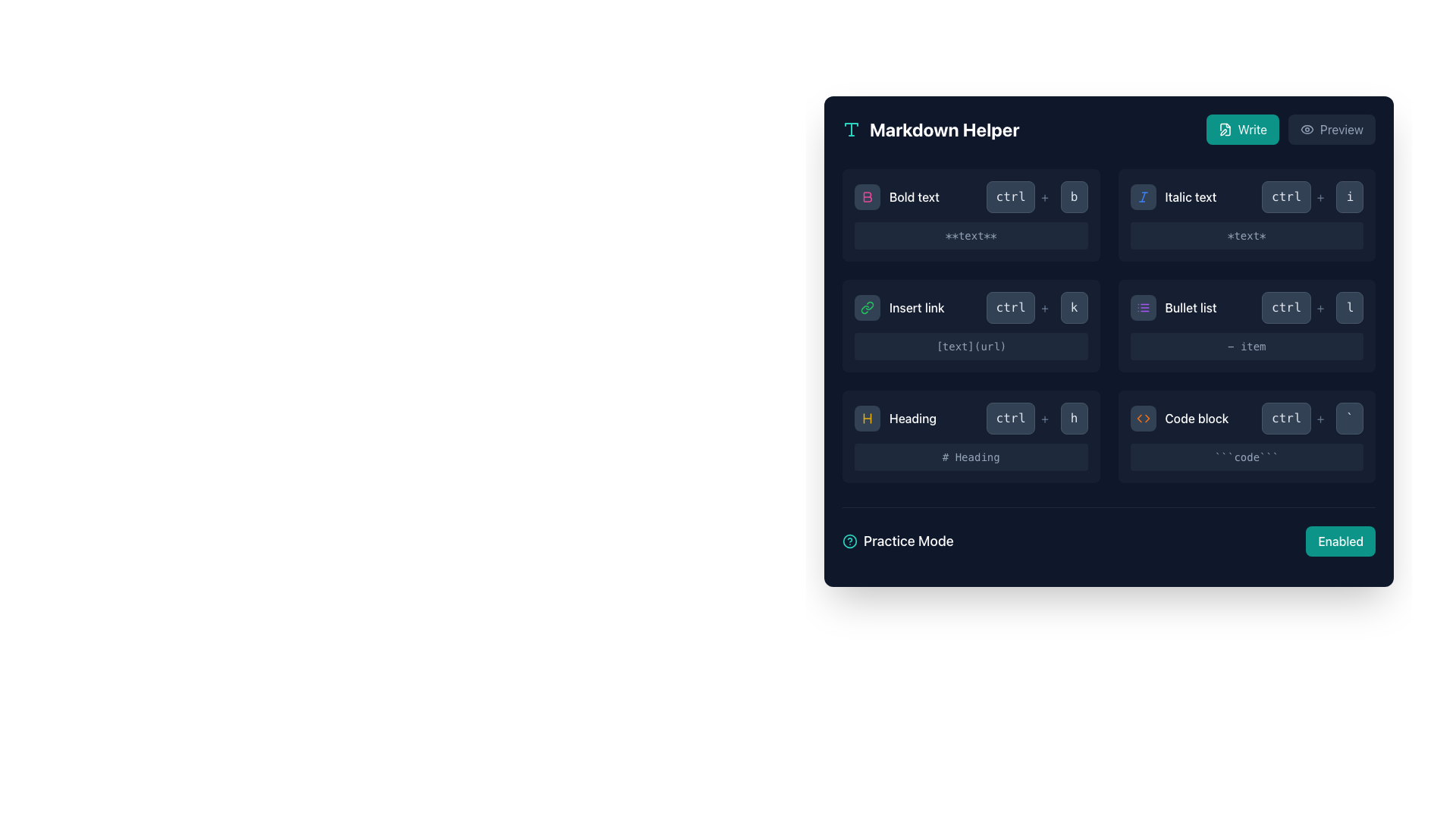 This screenshot has height=819, width=1456. I want to click on the preview button located at the top-right corner of the interface, so click(1331, 128).